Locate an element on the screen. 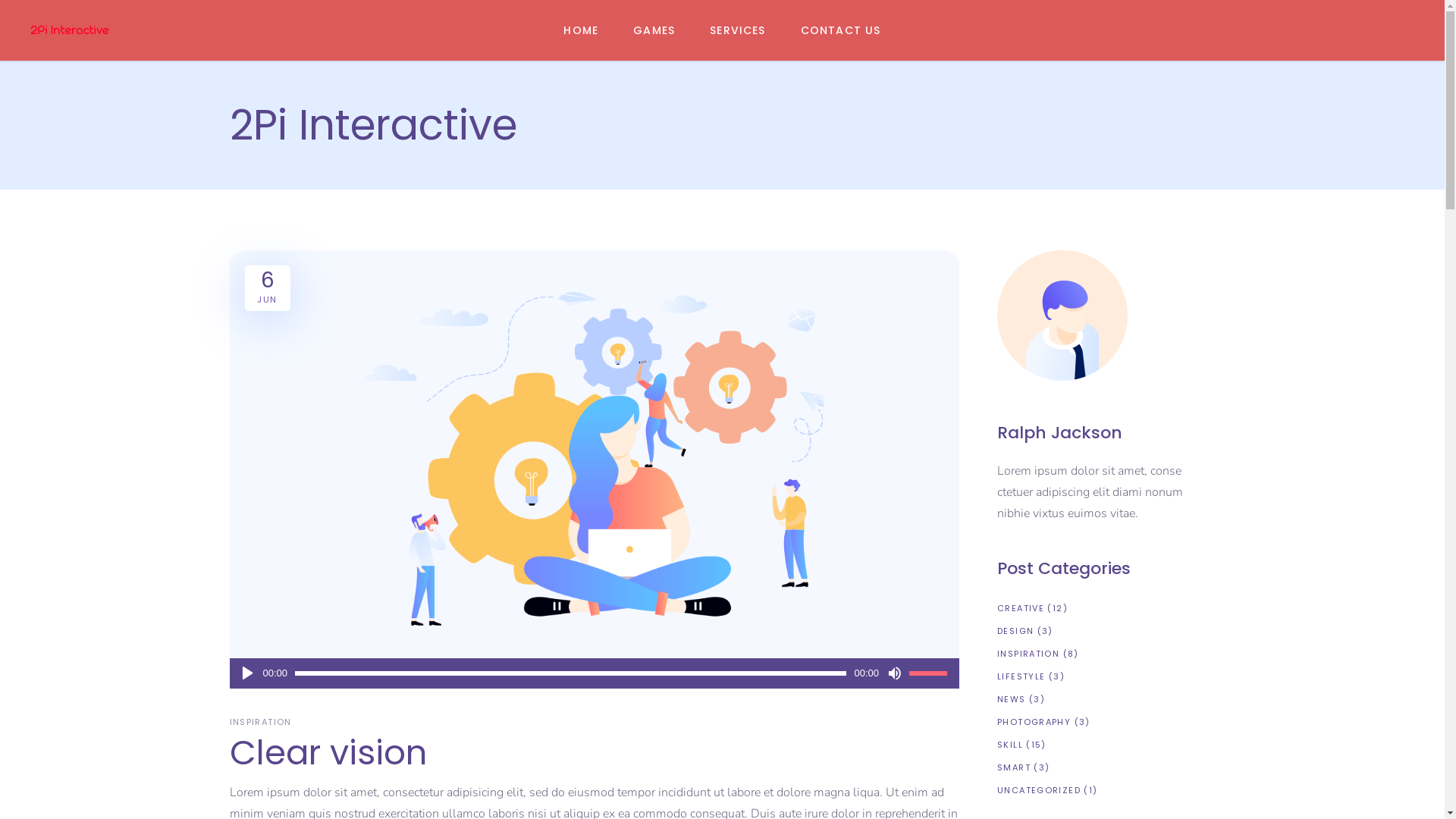 The height and width of the screenshot is (819, 1456). 'INSPIRATION' is located at coordinates (262, 721).